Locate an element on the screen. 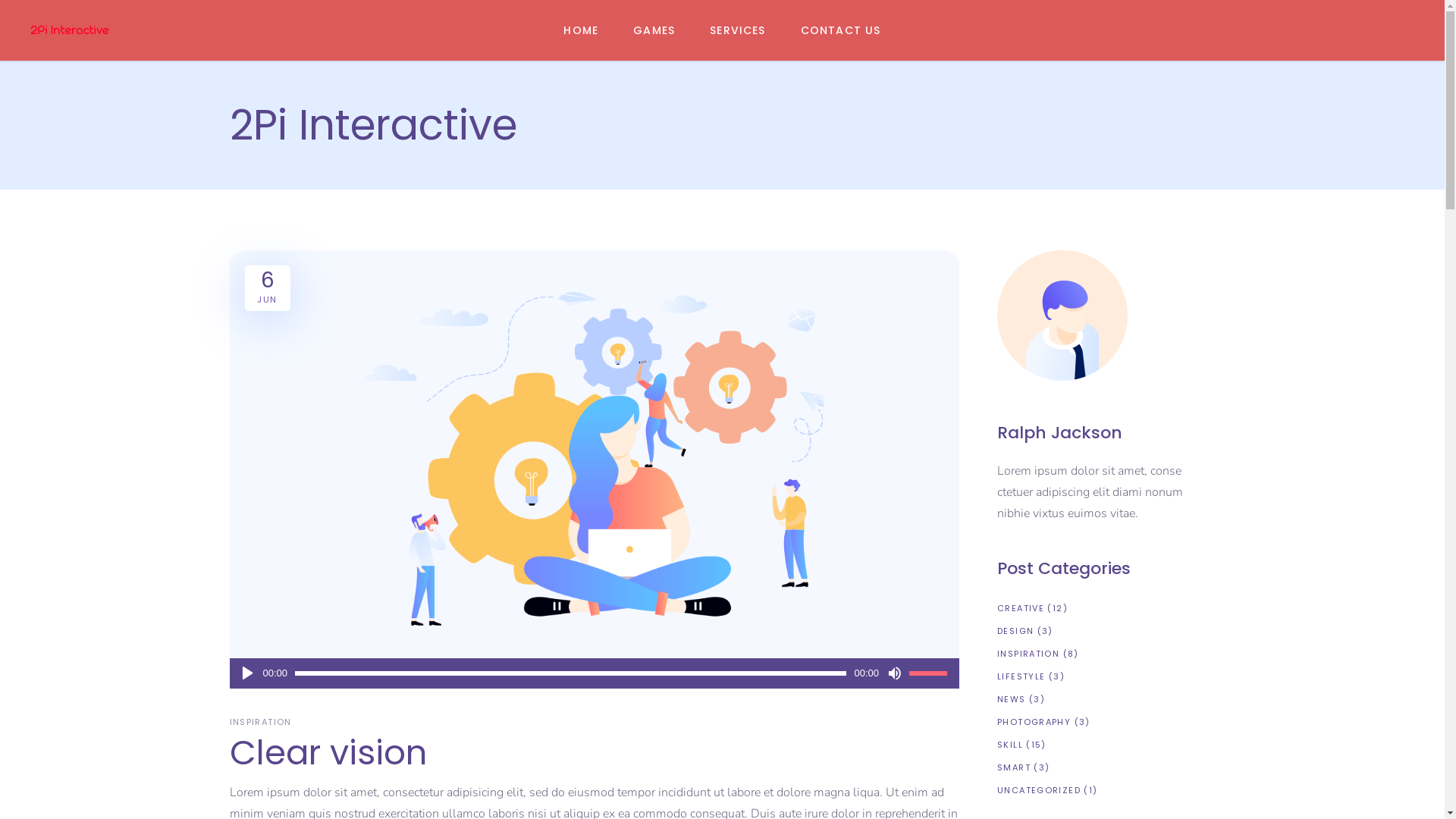 The height and width of the screenshot is (819, 1456). 'INSPIRATION' is located at coordinates (262, 721).